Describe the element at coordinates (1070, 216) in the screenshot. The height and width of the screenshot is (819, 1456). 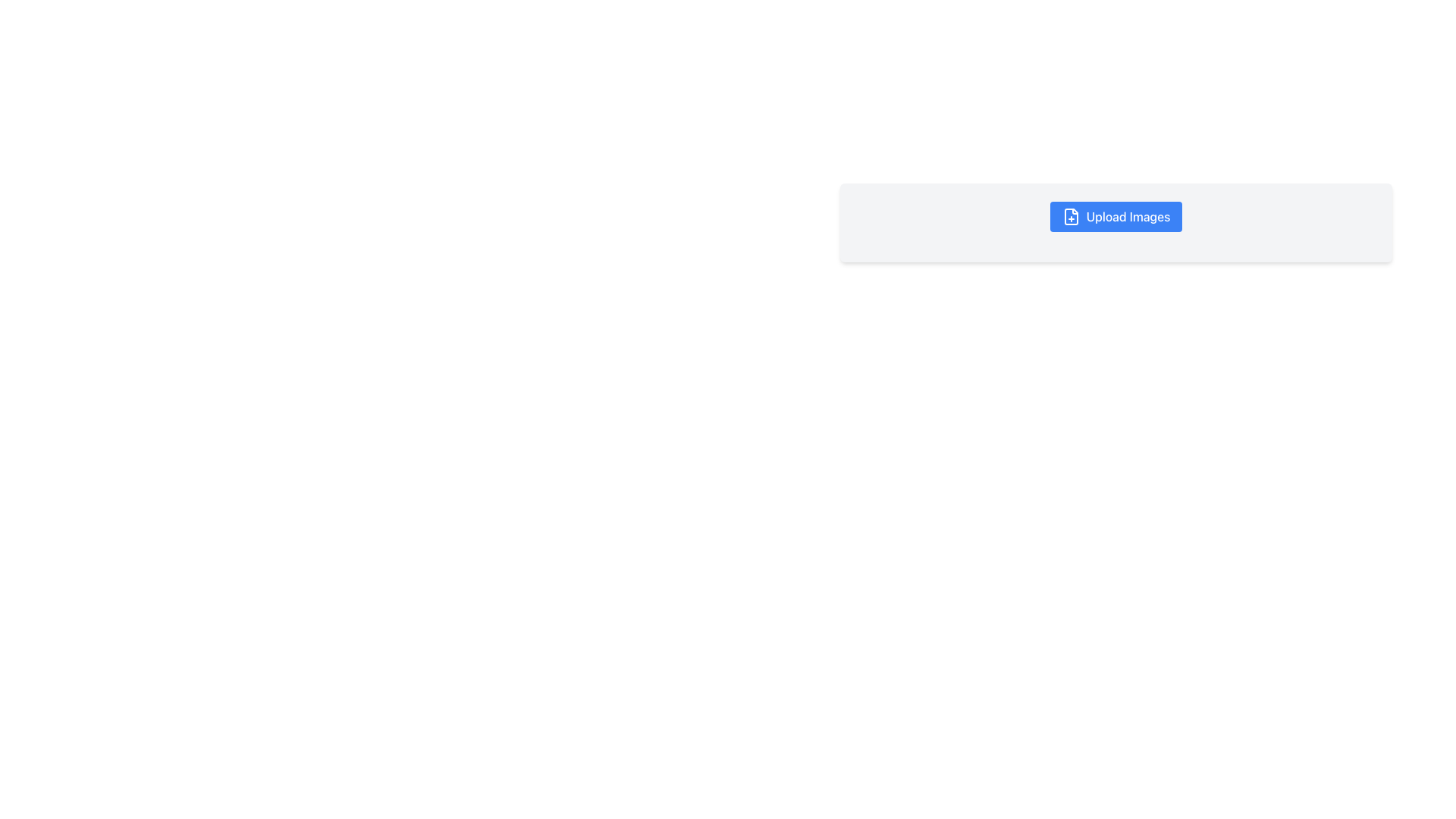
I see `the blue button labeled 'Upload Images' that contains the upload icon on its left side` at that location.